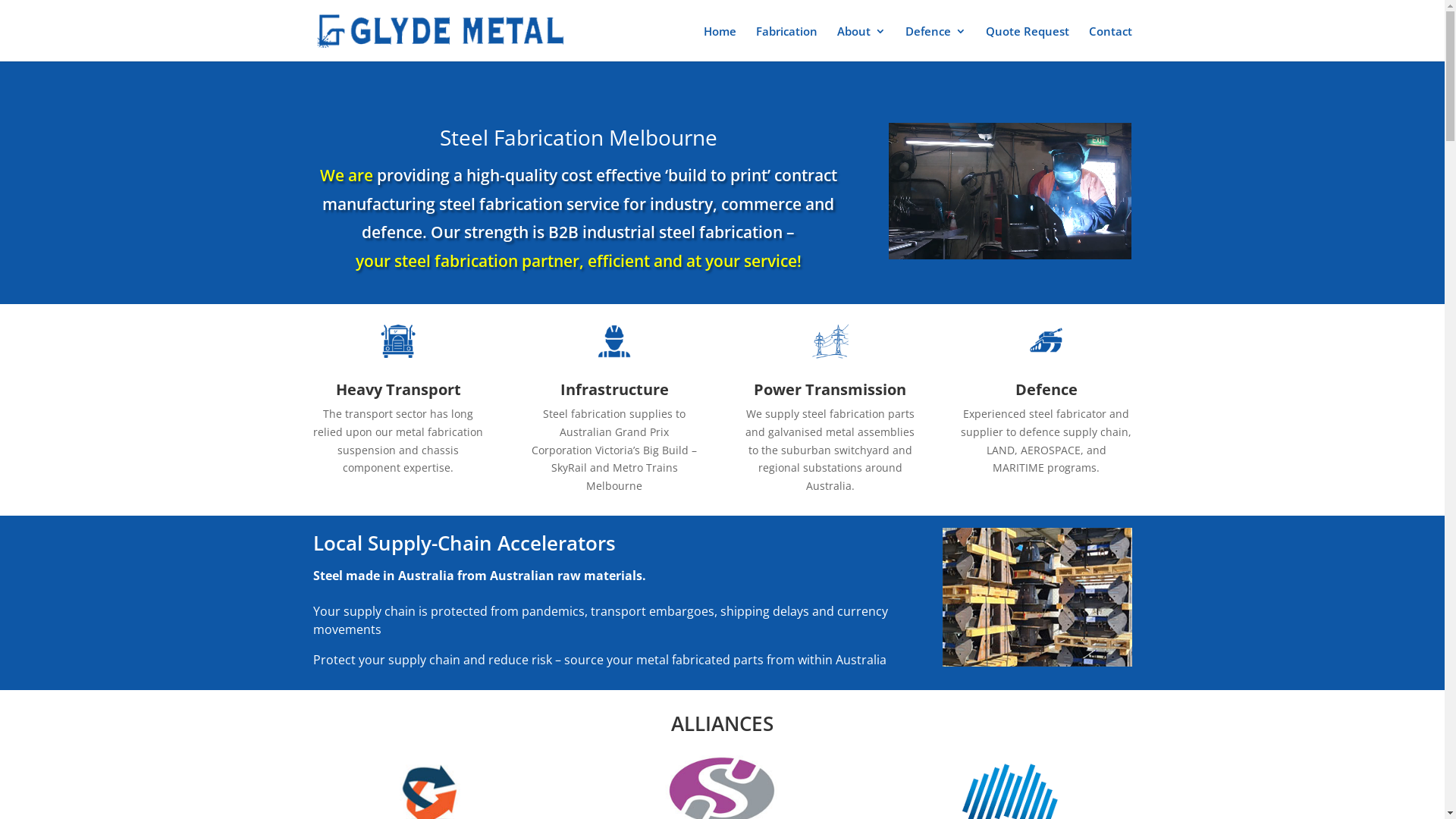  What do you see at coordinates (786, 42) in the screenshot?
I see `'Fabrication'` at bounding box center [786, 42].